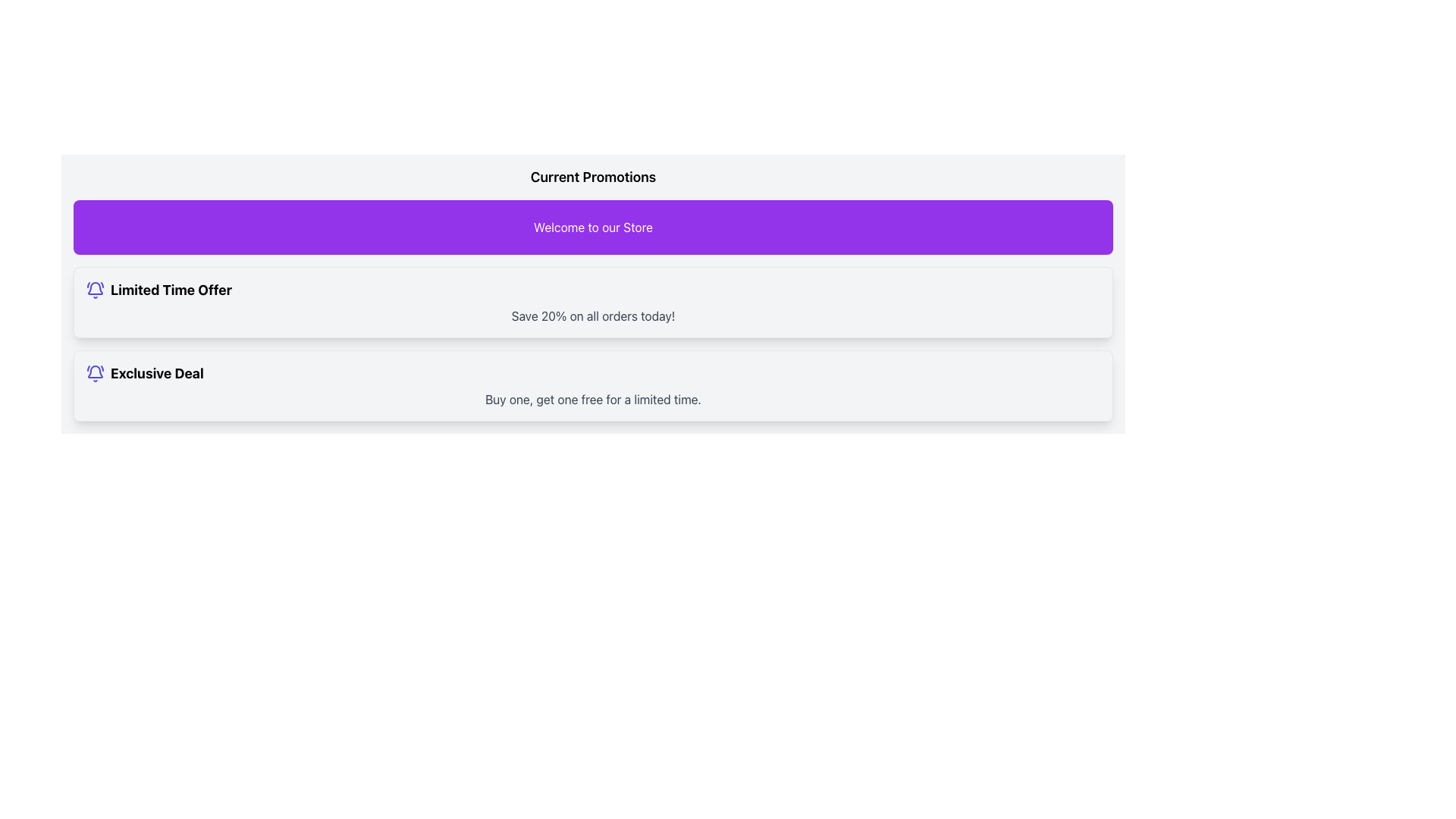 Image resolution: width=1456 pixels, height=819 pixels. Describe the element at coordinates (94, 290) in the screenshot. I see `the decorative icon that highlights the 'Limited Time Offer' label, located at the top-left of the group, which is the first item among its children` at that location.